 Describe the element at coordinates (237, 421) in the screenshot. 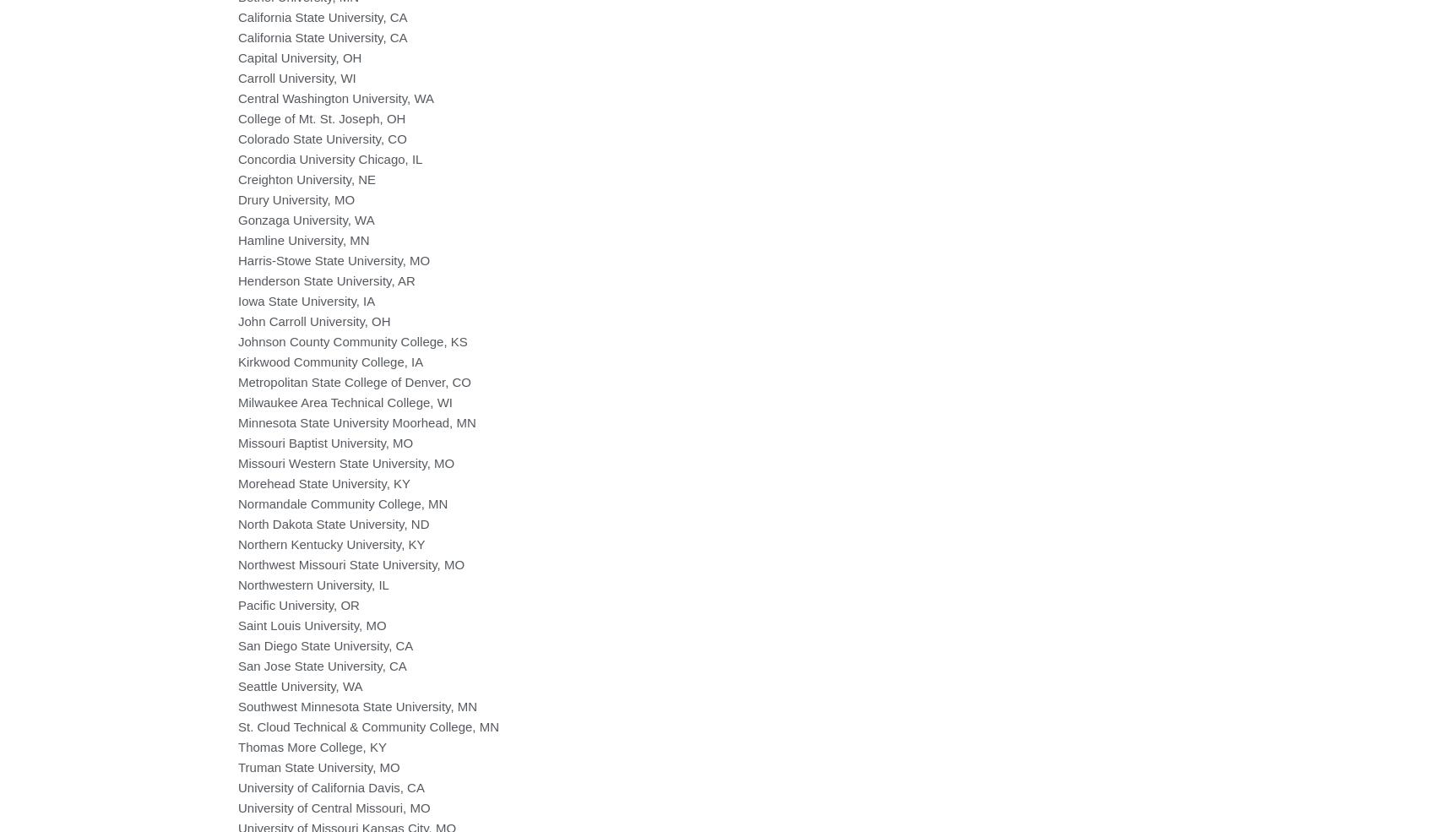

I see `'Minnesota State University Moorhead, MN'` at that location.